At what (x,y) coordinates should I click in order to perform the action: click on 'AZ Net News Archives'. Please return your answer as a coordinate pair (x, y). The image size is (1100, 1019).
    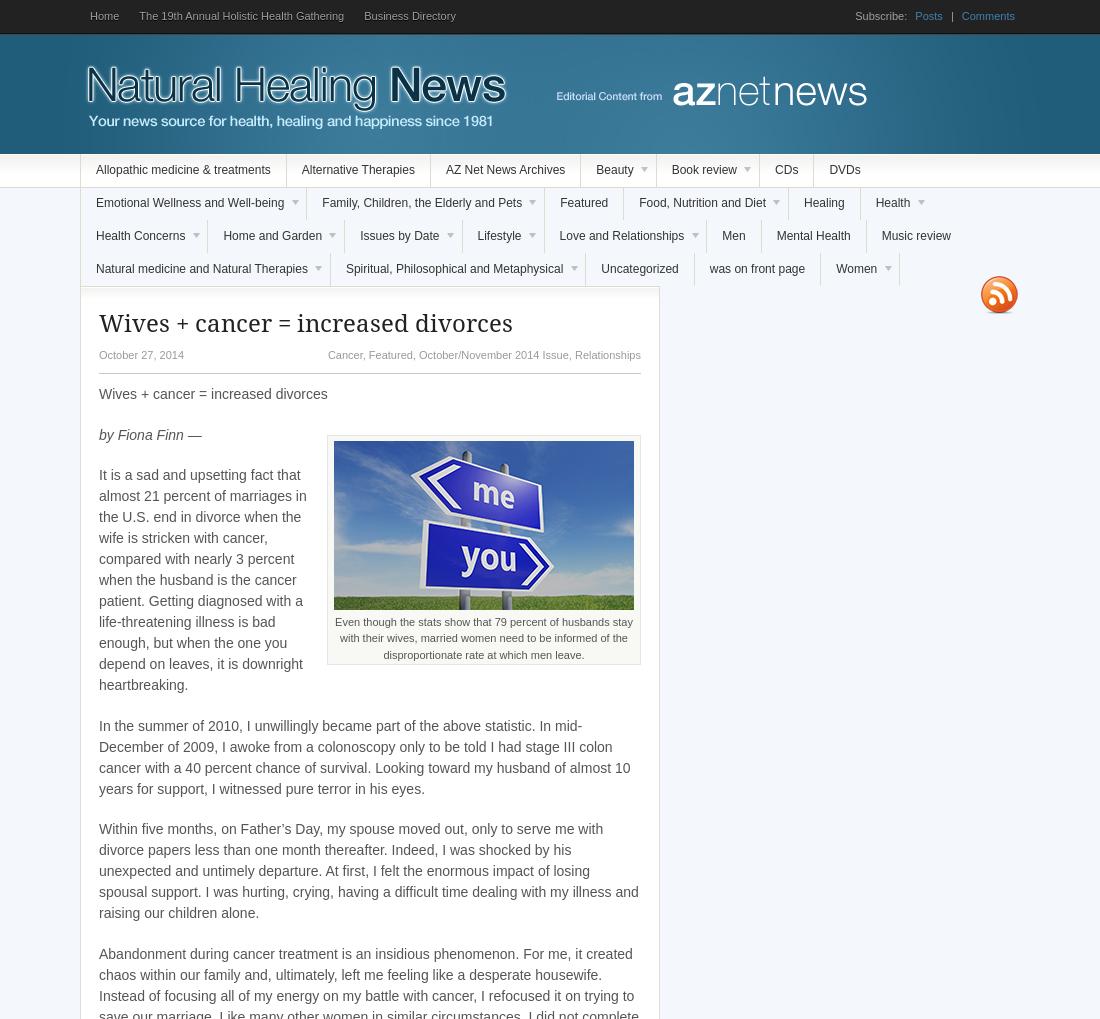
    Looking at the image, I should click on (505, 169).